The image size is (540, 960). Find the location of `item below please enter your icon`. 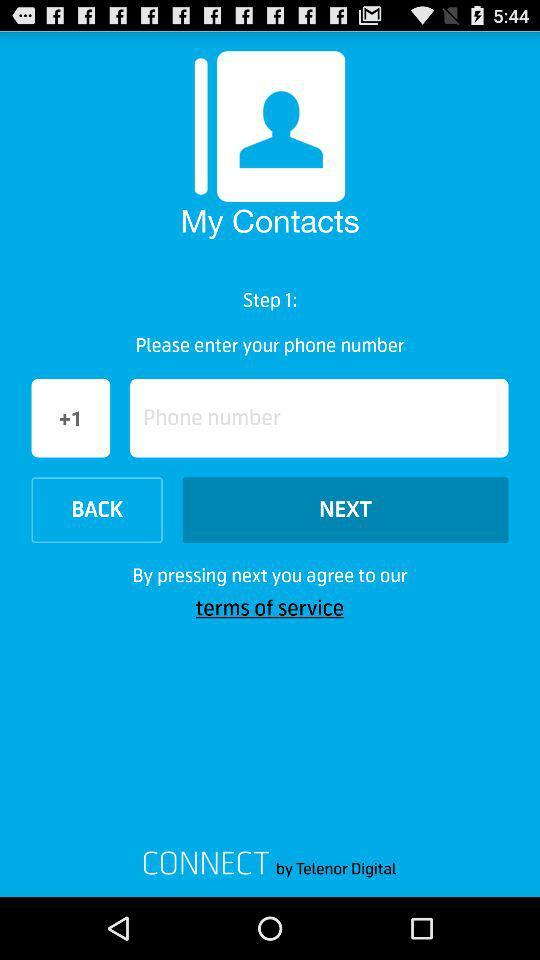

item below please enter your icon is located at coordinates (319, 417).